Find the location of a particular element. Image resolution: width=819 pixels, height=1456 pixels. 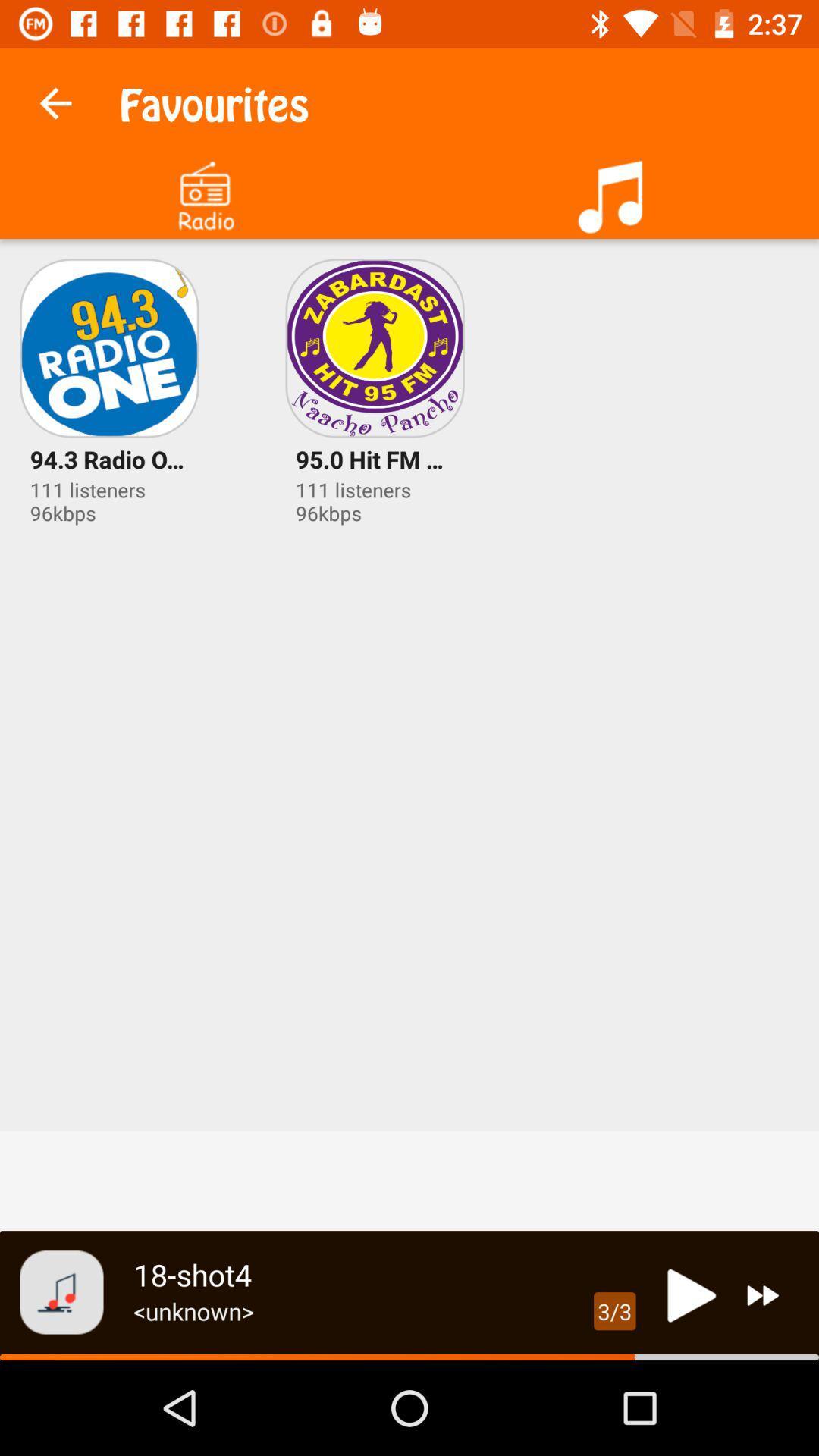

skip button is located at coordinates (763, 1294).